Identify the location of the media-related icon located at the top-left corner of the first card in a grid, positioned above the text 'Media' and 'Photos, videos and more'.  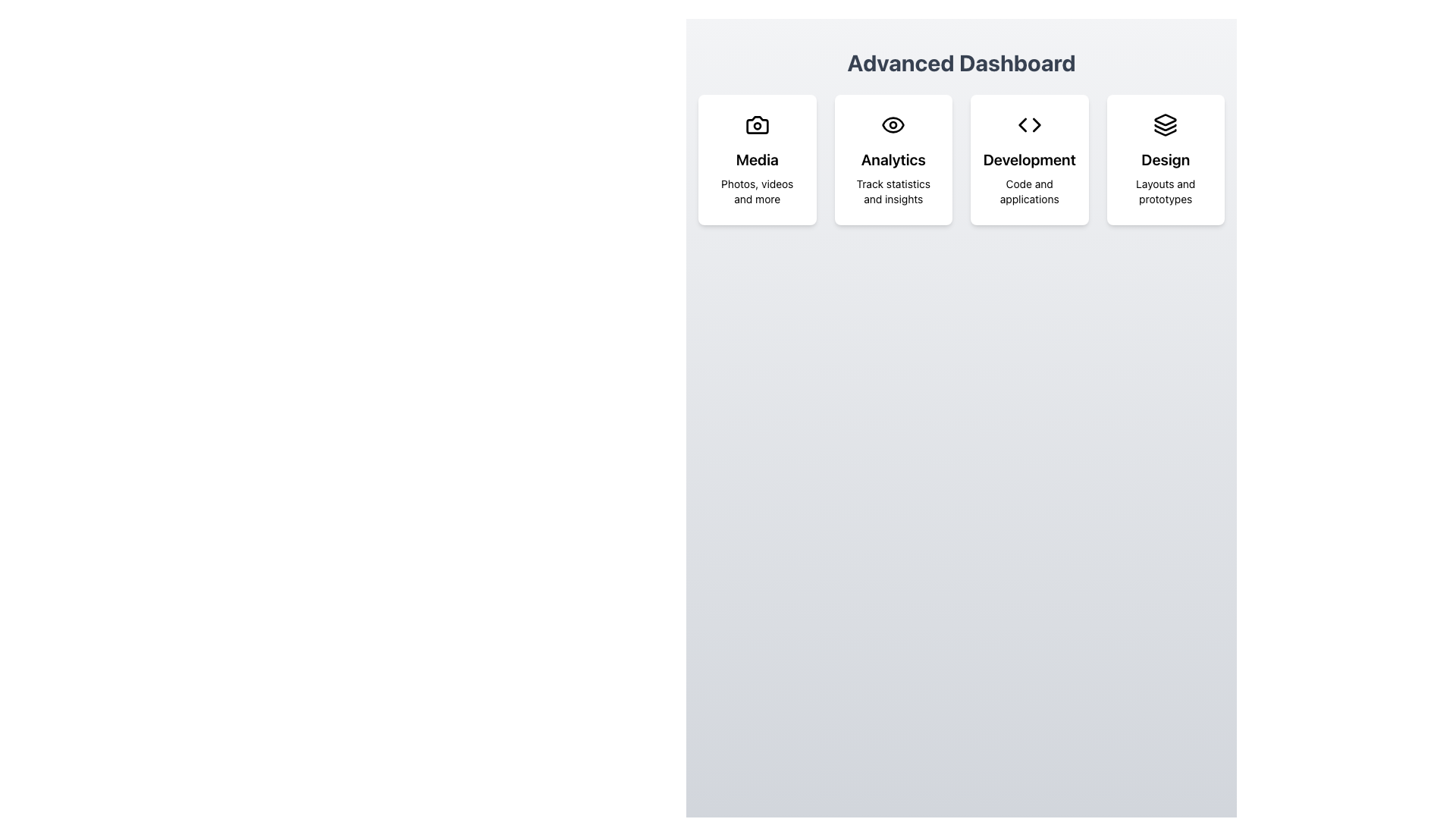
(757, 124).